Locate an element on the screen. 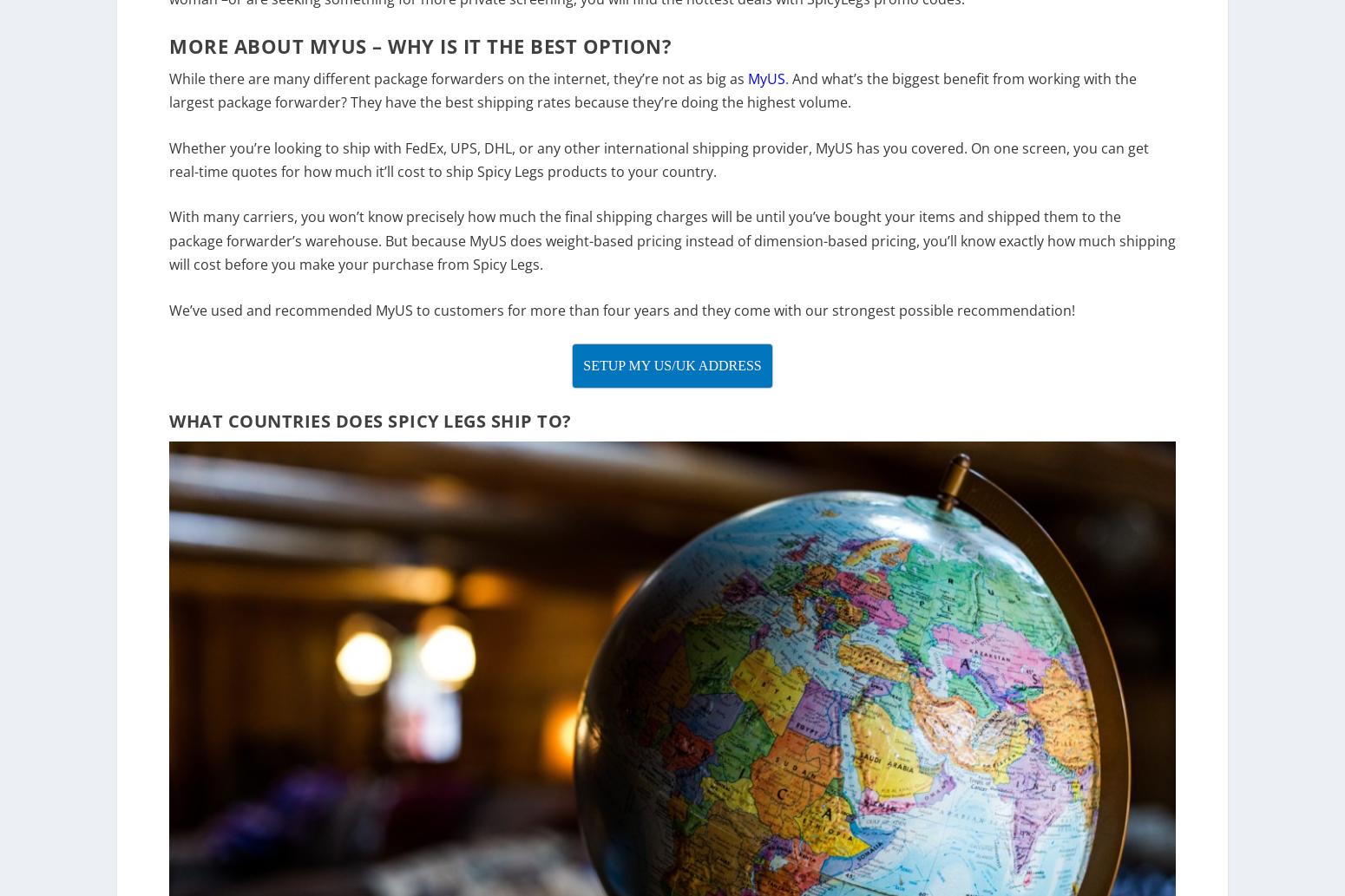  '. And what’s the biggest benefit from working with the largest' is located at coordinates (653, 101).